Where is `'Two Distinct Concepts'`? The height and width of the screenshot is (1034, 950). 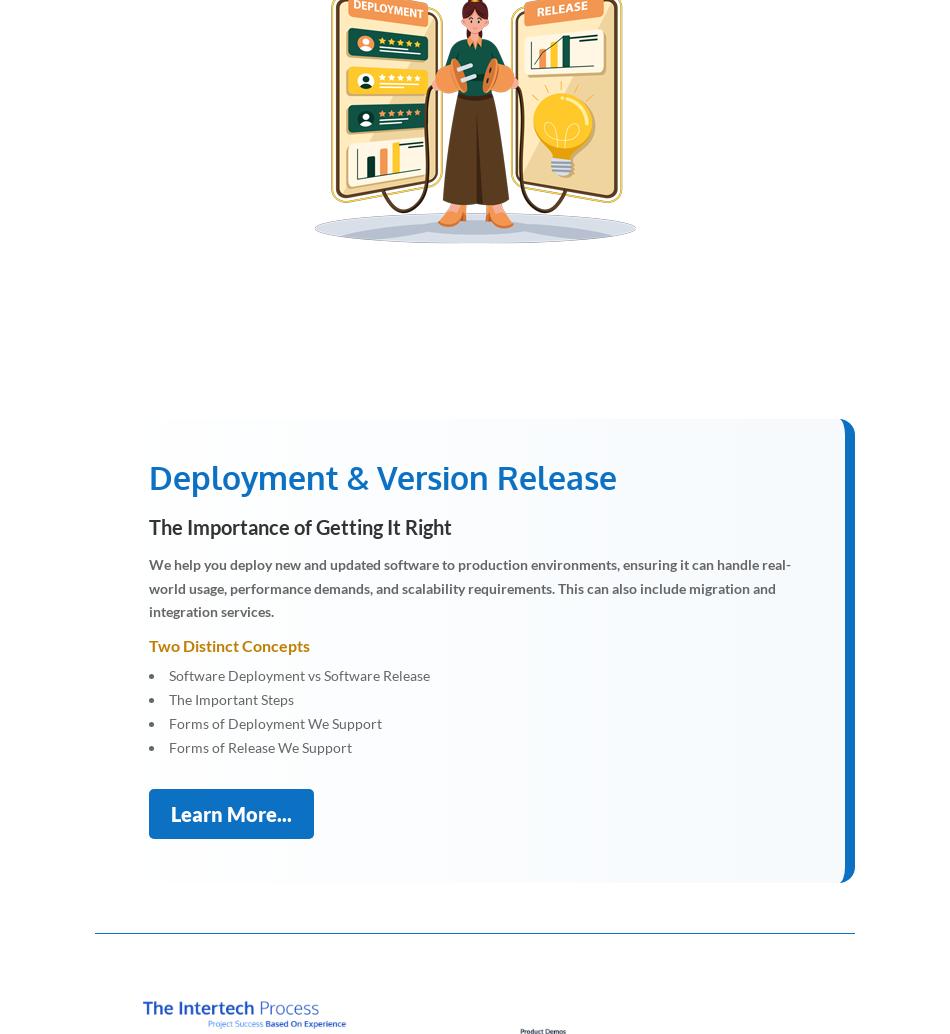
'Two Distinct Concepts' is located at coordinates (148, 645).